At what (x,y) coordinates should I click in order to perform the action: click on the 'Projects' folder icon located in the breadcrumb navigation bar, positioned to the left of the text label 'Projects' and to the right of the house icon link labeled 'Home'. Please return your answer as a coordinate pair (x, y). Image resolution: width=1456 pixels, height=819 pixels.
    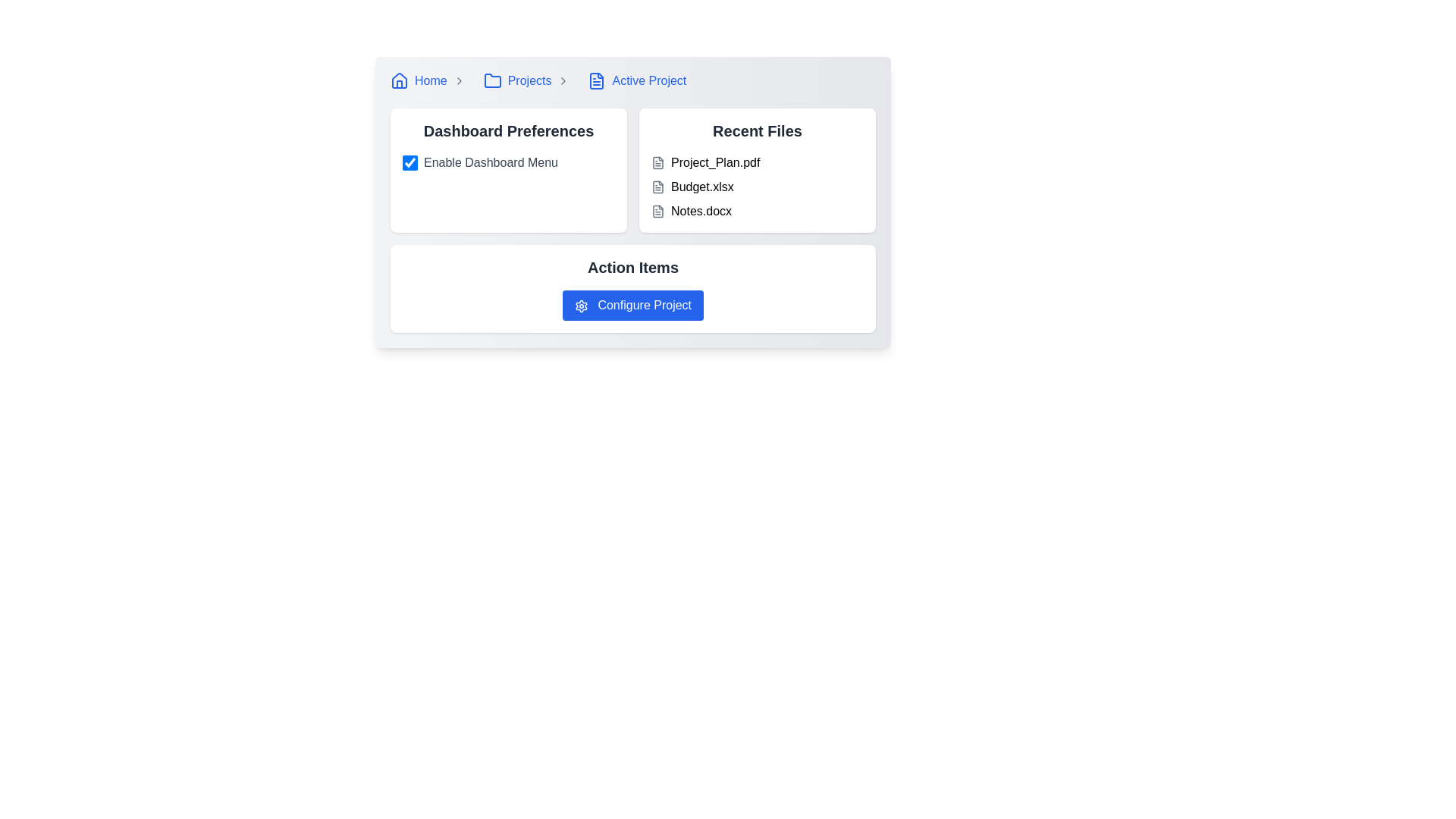
    Looking at the image, I should click on (492, 81).